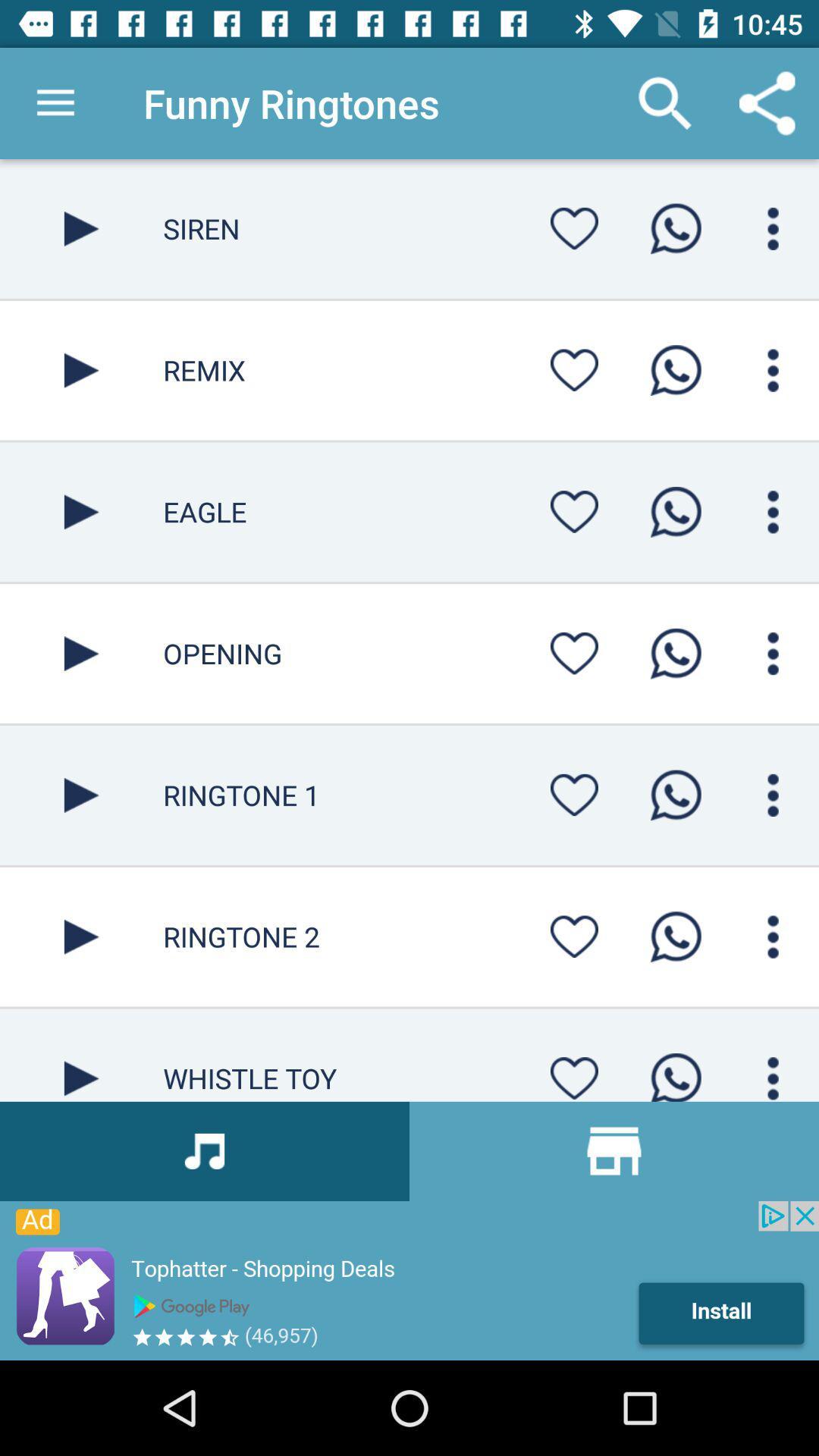  What do you see at coordinates (574, 936) in the screenshot?
I see `heart symbol` at bounding box center [574, 936].